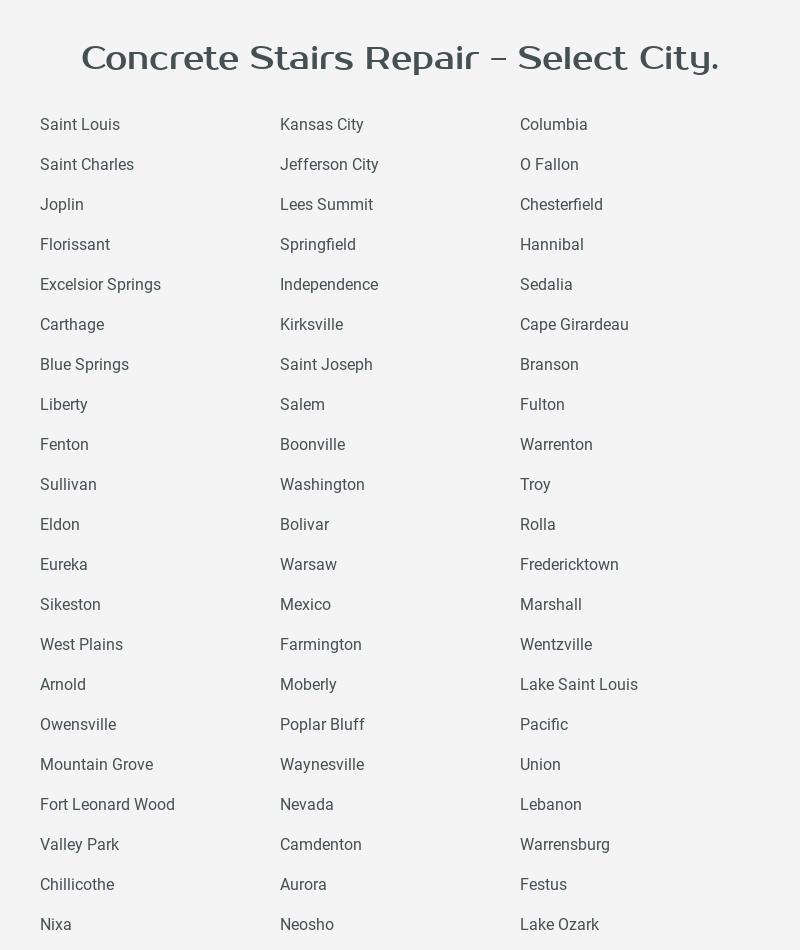 The height and width of the screenshot is (950, 800). What do you see at coordinates (541, 403) in the screenshot?
I see `'Fulton'` at bounding box center [541, 403].